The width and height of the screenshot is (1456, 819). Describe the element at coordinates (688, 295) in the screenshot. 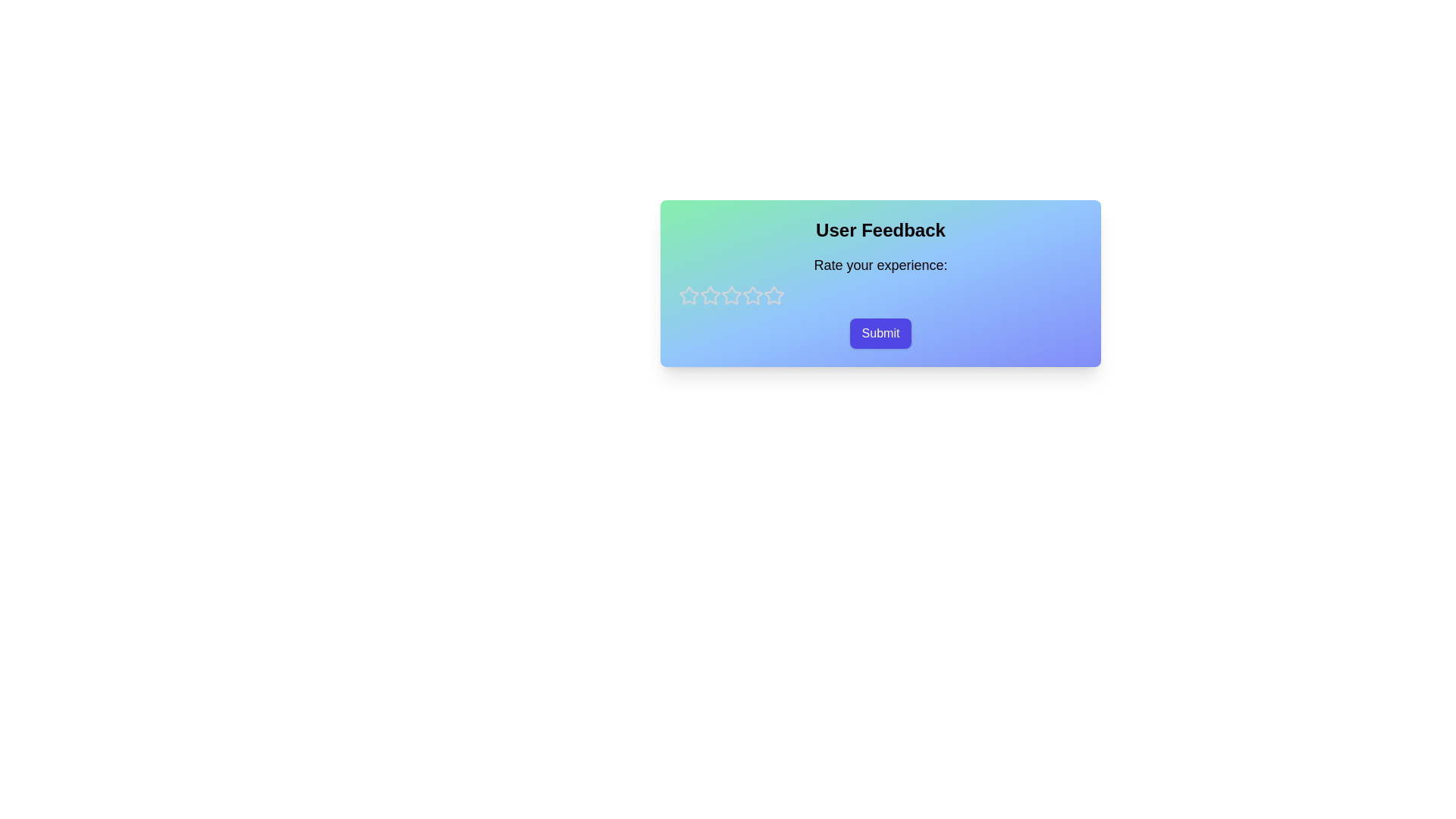

I see `the first star icon in the rating widget` at that location.